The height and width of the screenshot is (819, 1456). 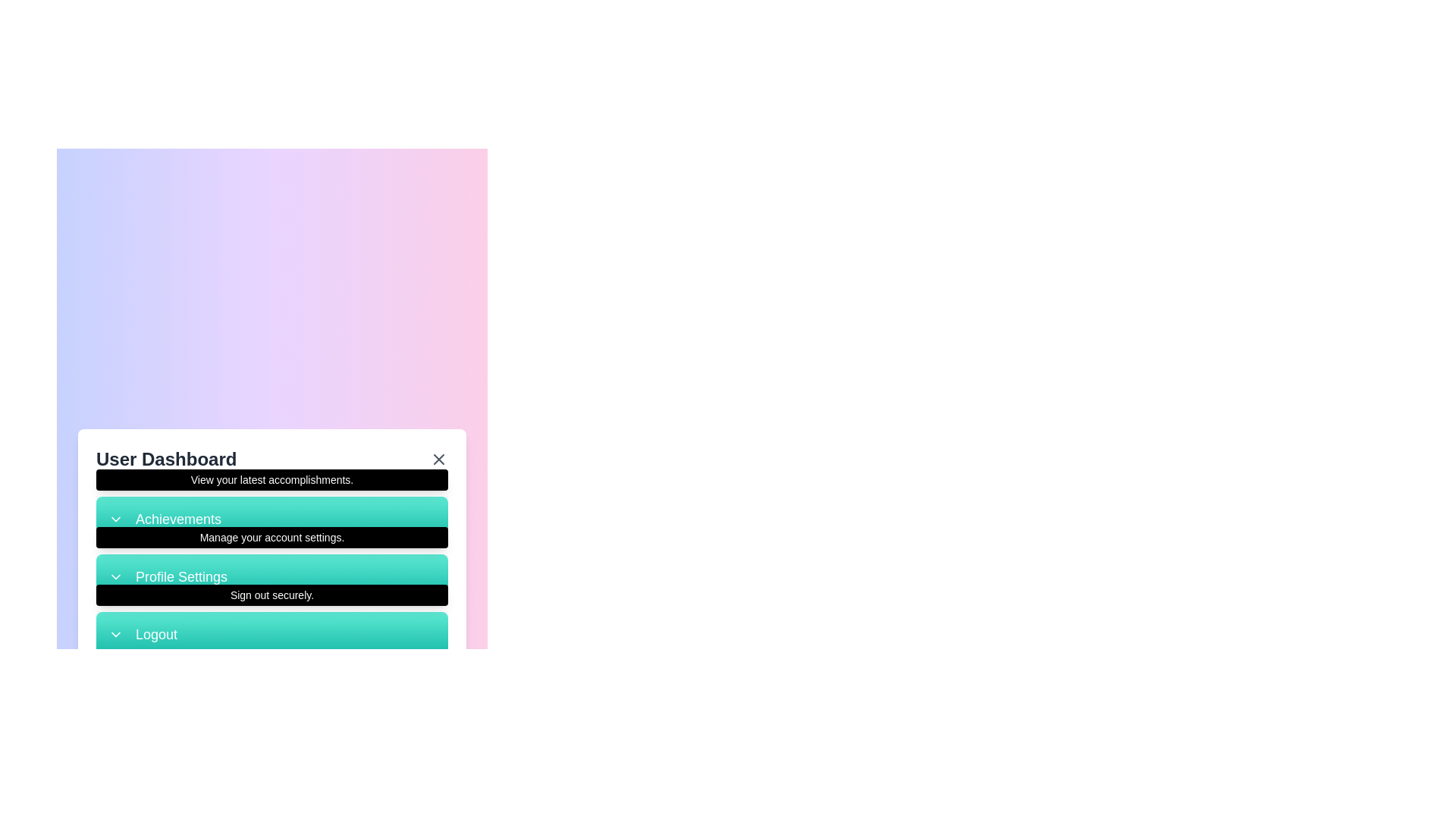 I want to click on the icon located to the left of the 'Achievements' text label in the topmost collapsible section of the dashboard menu, so click(x=115, y=518).